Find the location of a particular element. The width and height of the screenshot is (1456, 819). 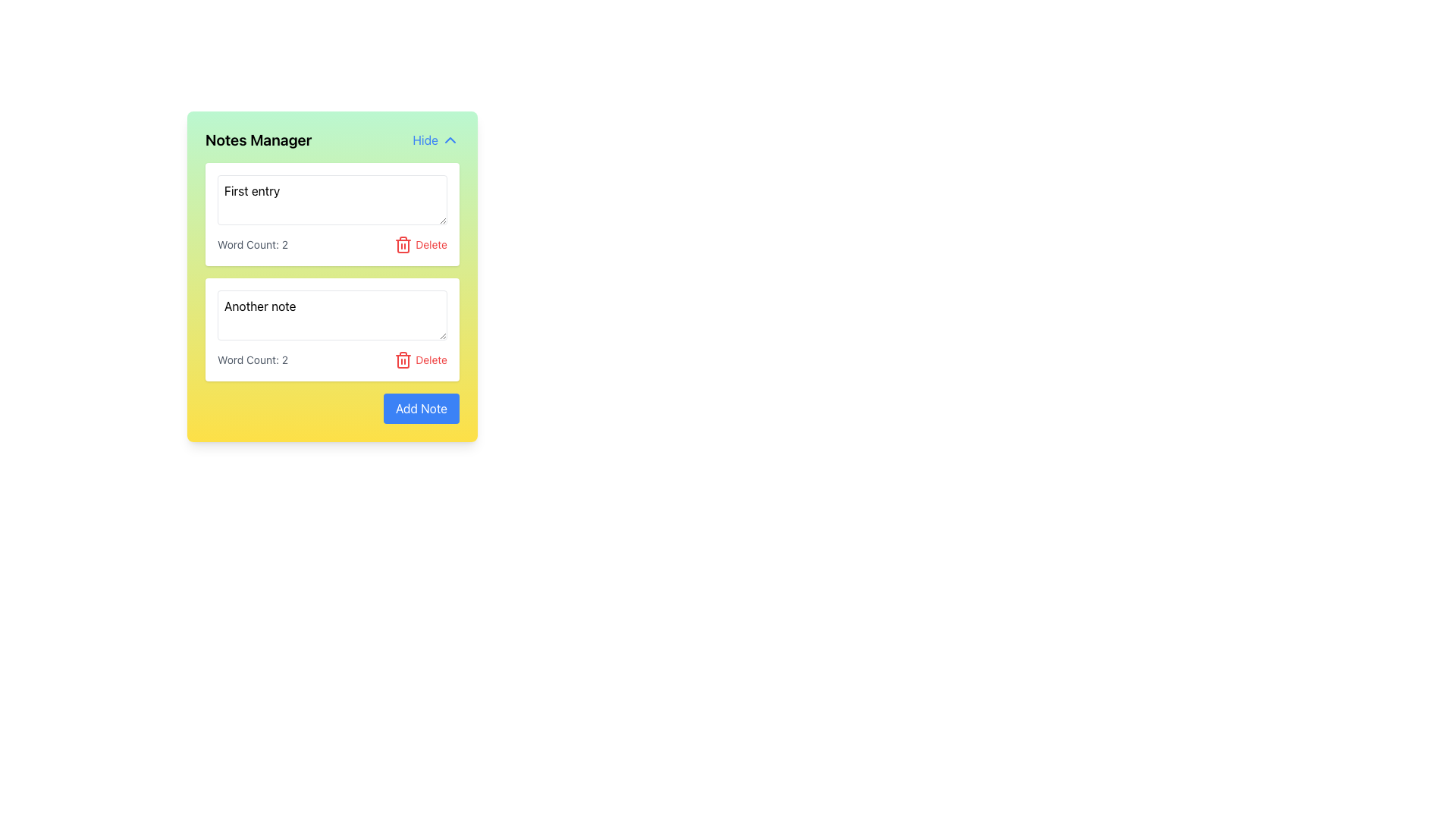

the red trash bin icon, which symbolizes deletions, located near the 'Delete' text is located at coordinates (403, 359).